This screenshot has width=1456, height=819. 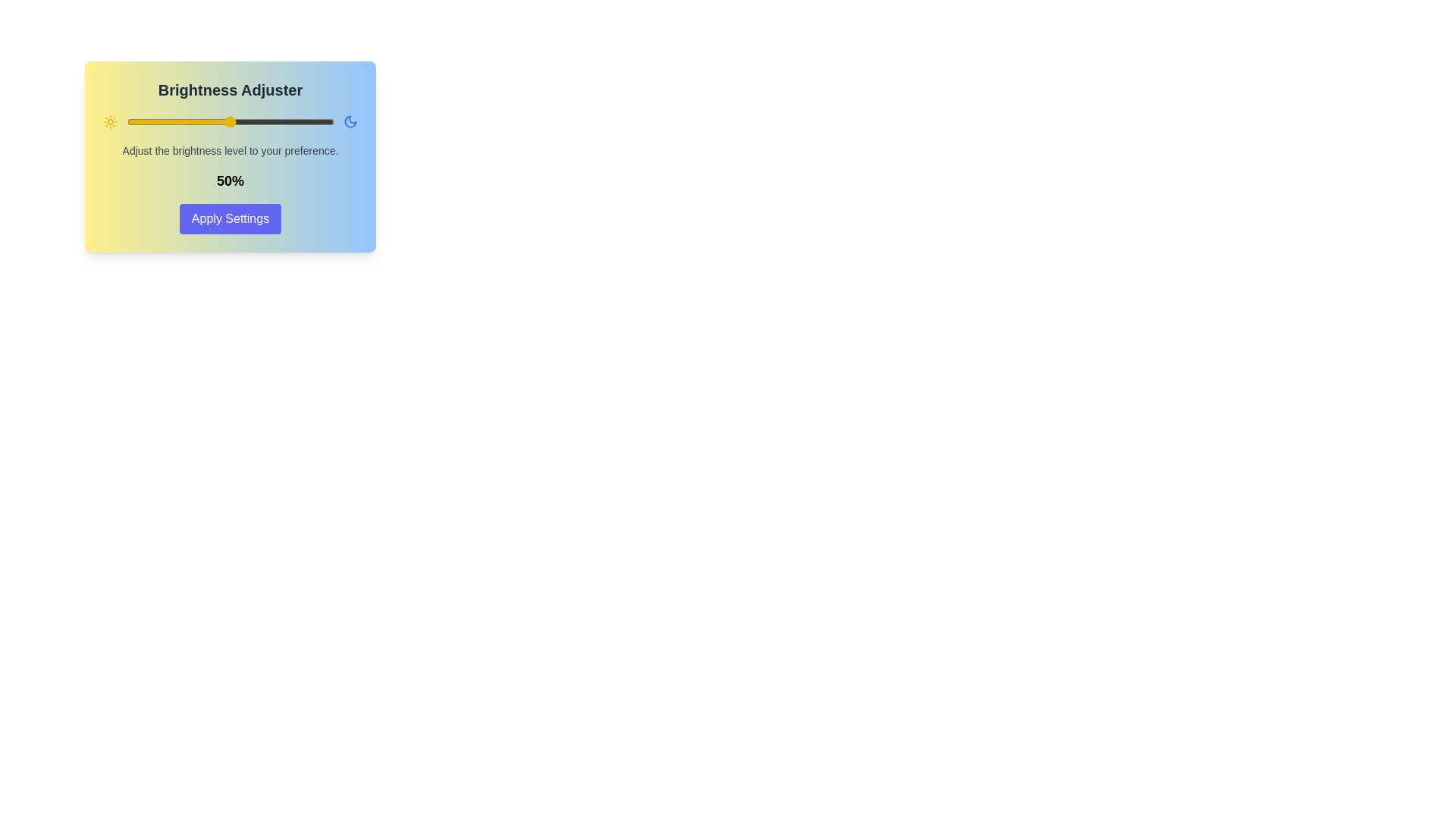 What do you see at coordinates (129, 121) in the screenshot?
I see `the brightness slider to 1%` at bounding box center [129, 121].